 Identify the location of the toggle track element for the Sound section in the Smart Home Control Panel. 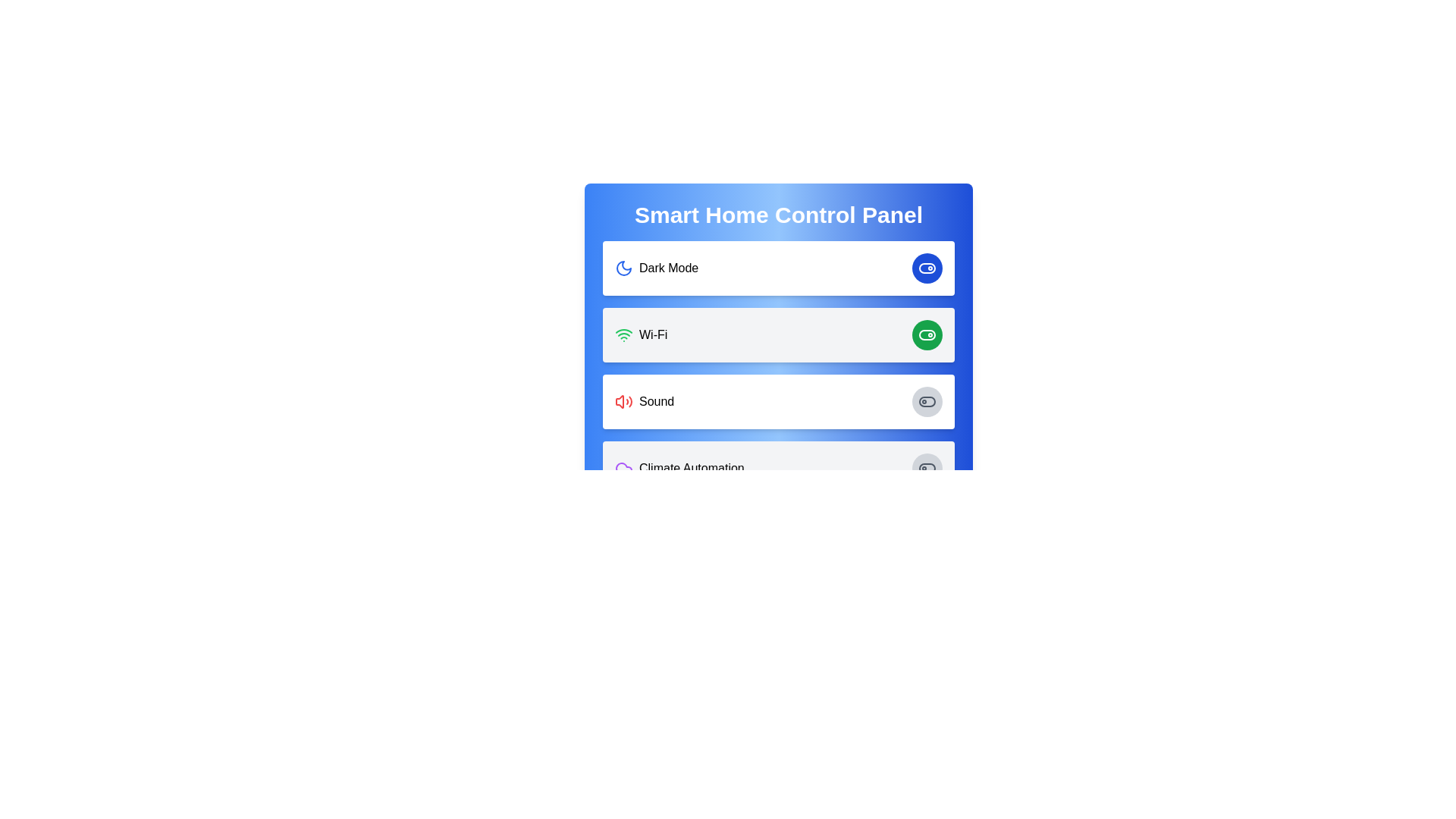
(927, 467).